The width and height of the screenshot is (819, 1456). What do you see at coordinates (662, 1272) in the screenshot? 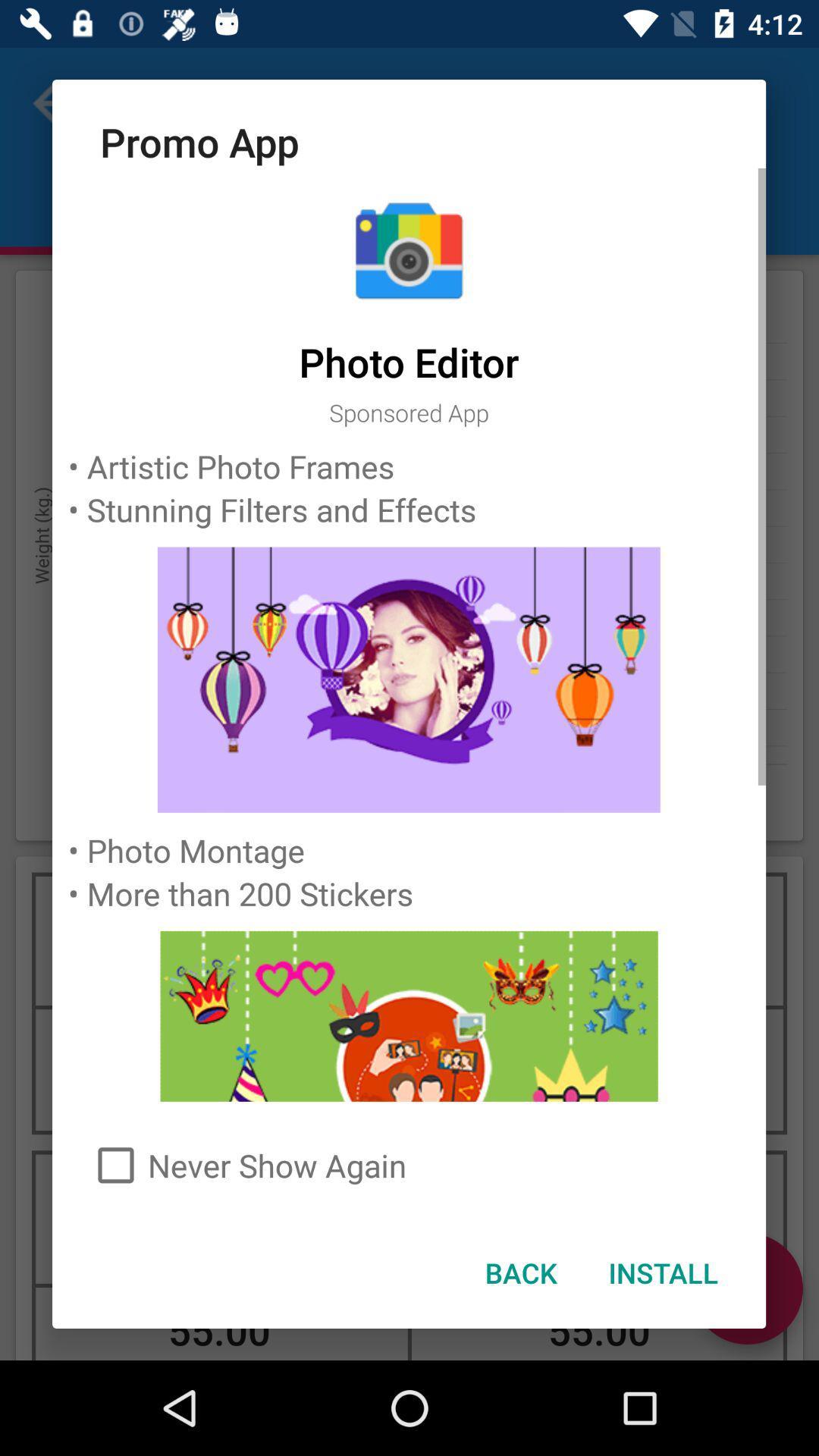
I see `install at the bottom right corner` at bounding box center [662, 1272].